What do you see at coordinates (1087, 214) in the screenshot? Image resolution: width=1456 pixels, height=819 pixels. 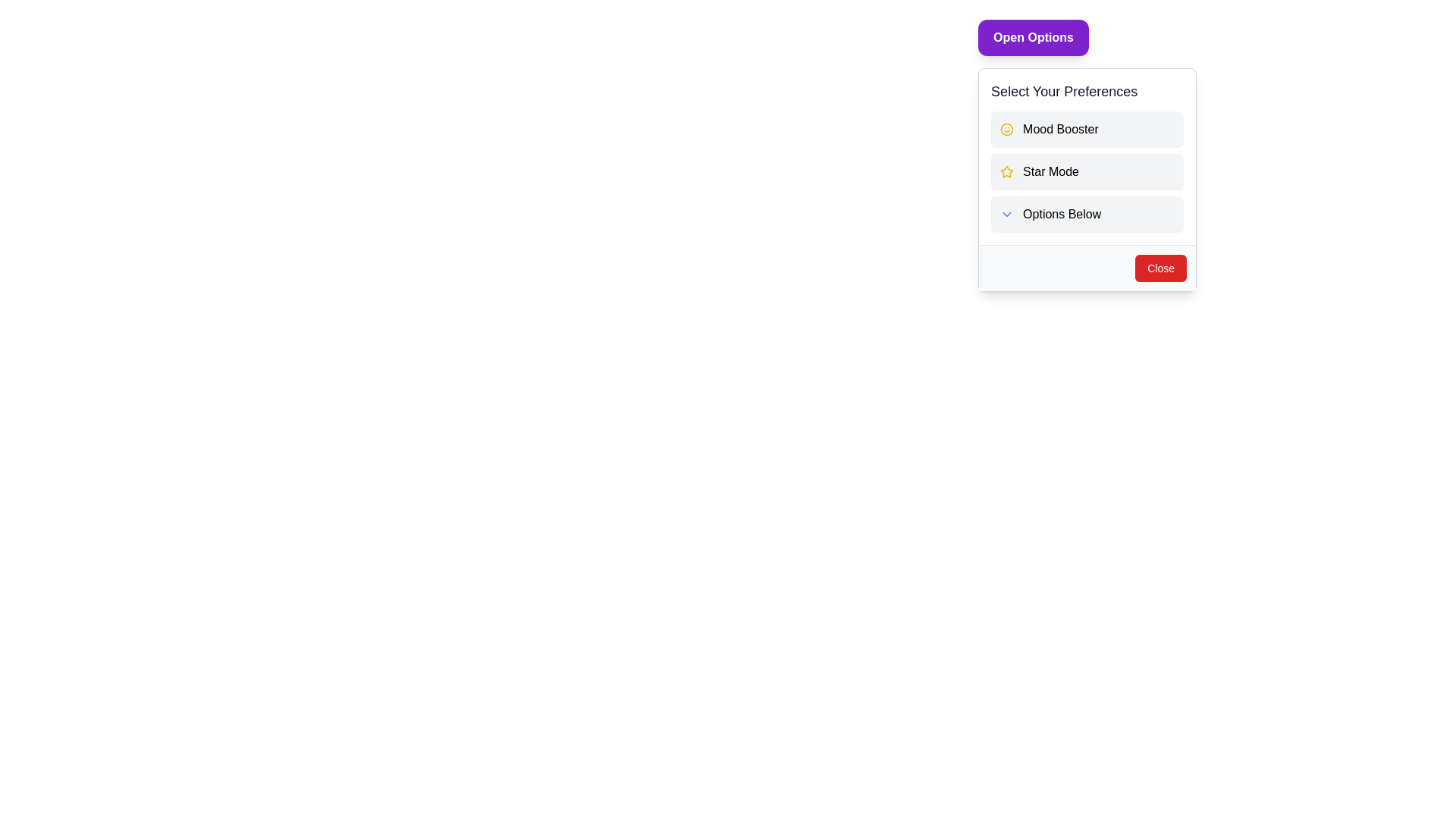 I see `the 'Options Below' button, which has a light gray background, rounded corners, and is located at the bottom of a vertical list of options` at bounding box center [1087, 214].